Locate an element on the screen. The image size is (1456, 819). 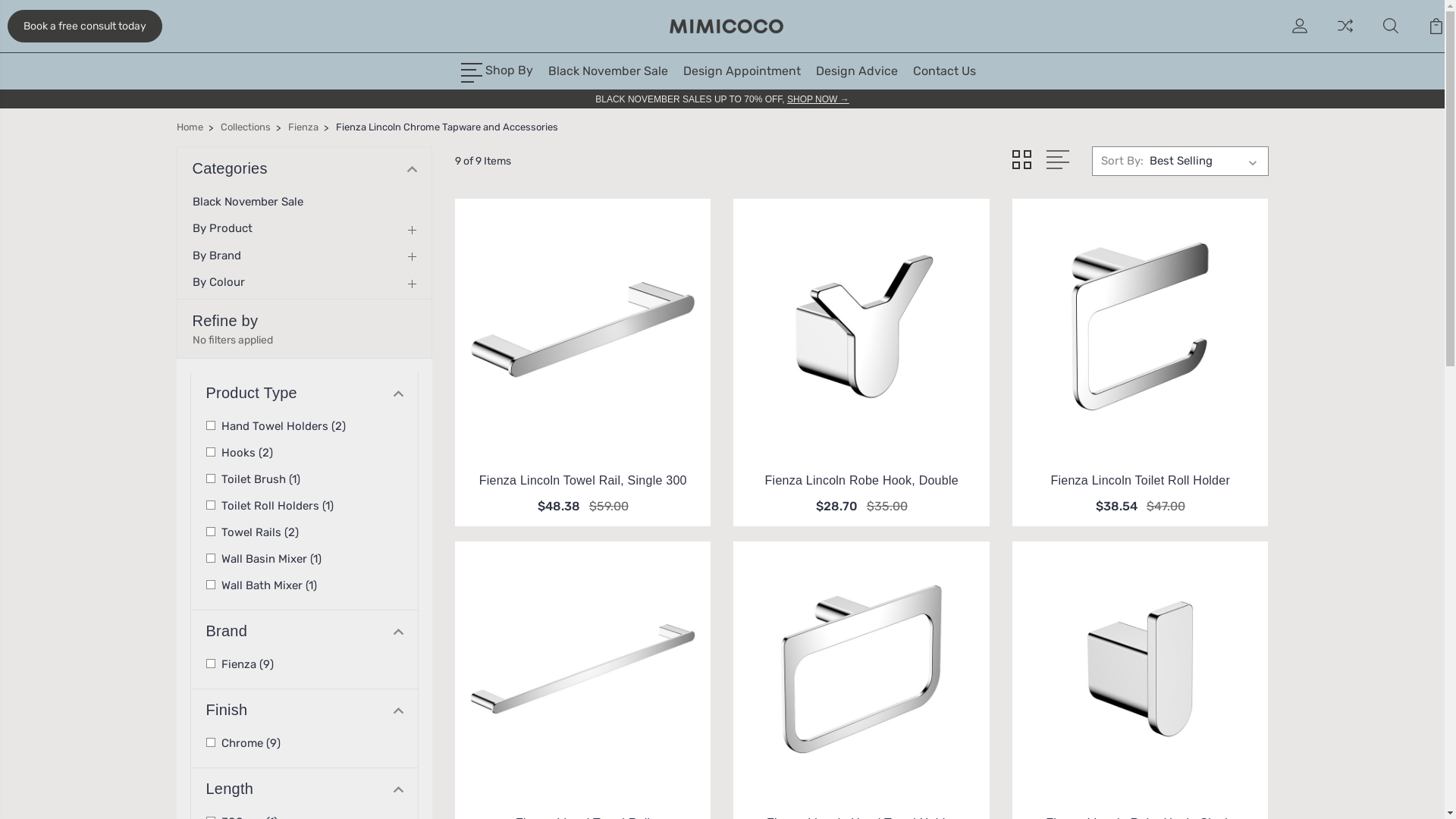
'By Colour' is located at coordinates (227, 281).